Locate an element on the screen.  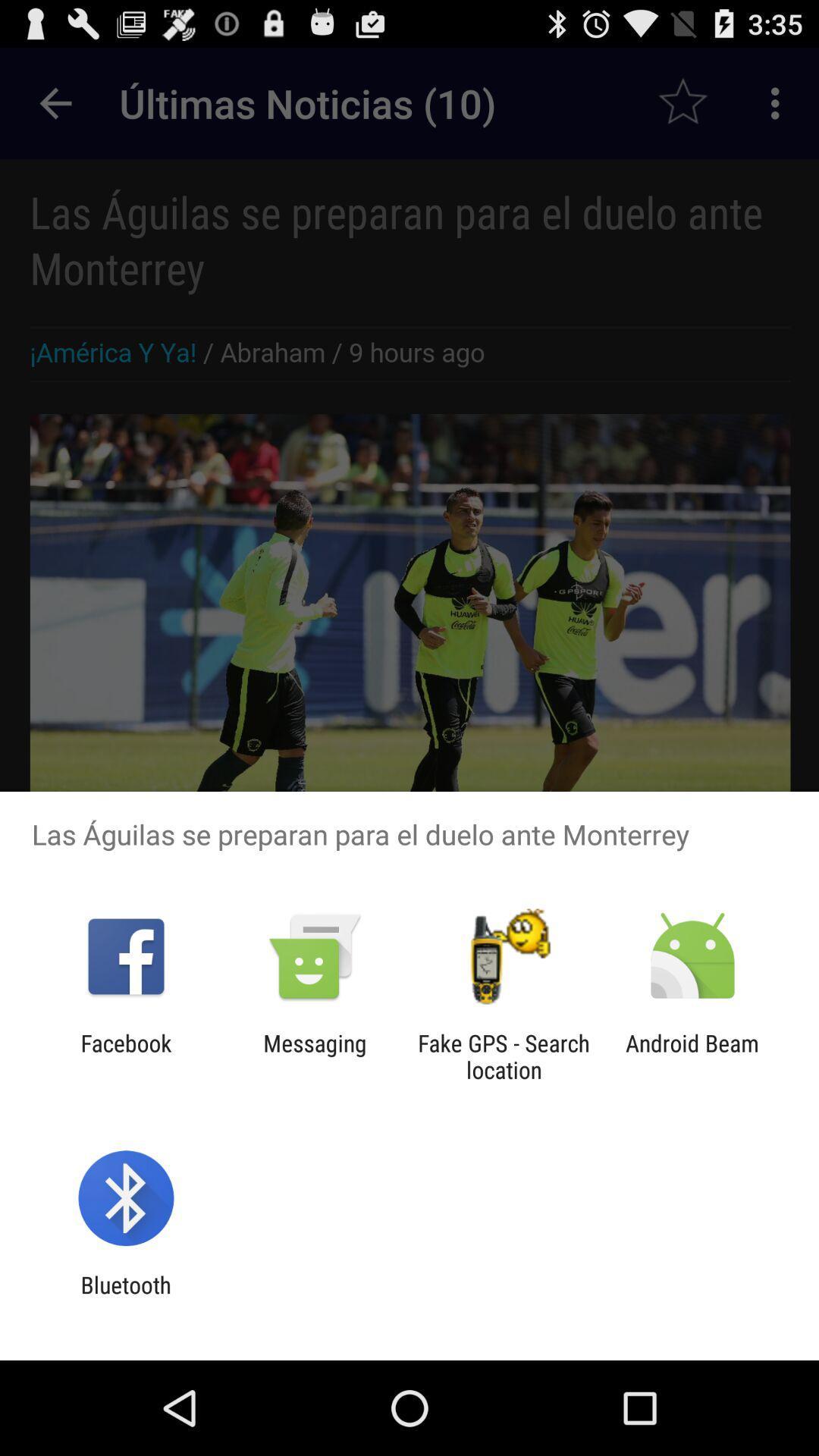
the item to the right of the messaging item is located at coordinates (504, 1056).